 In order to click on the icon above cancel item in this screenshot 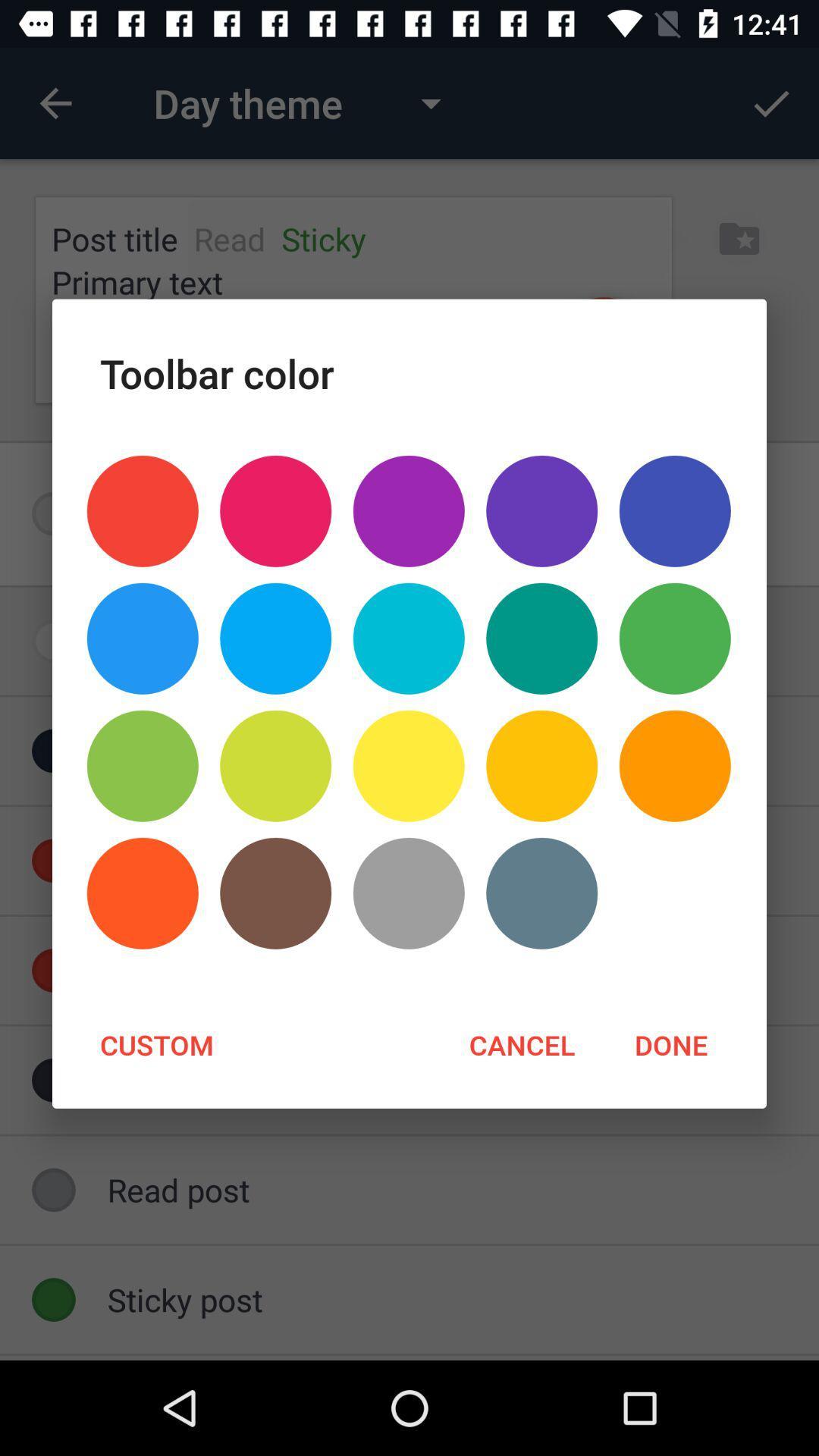, I will do `click(541, 893)`.